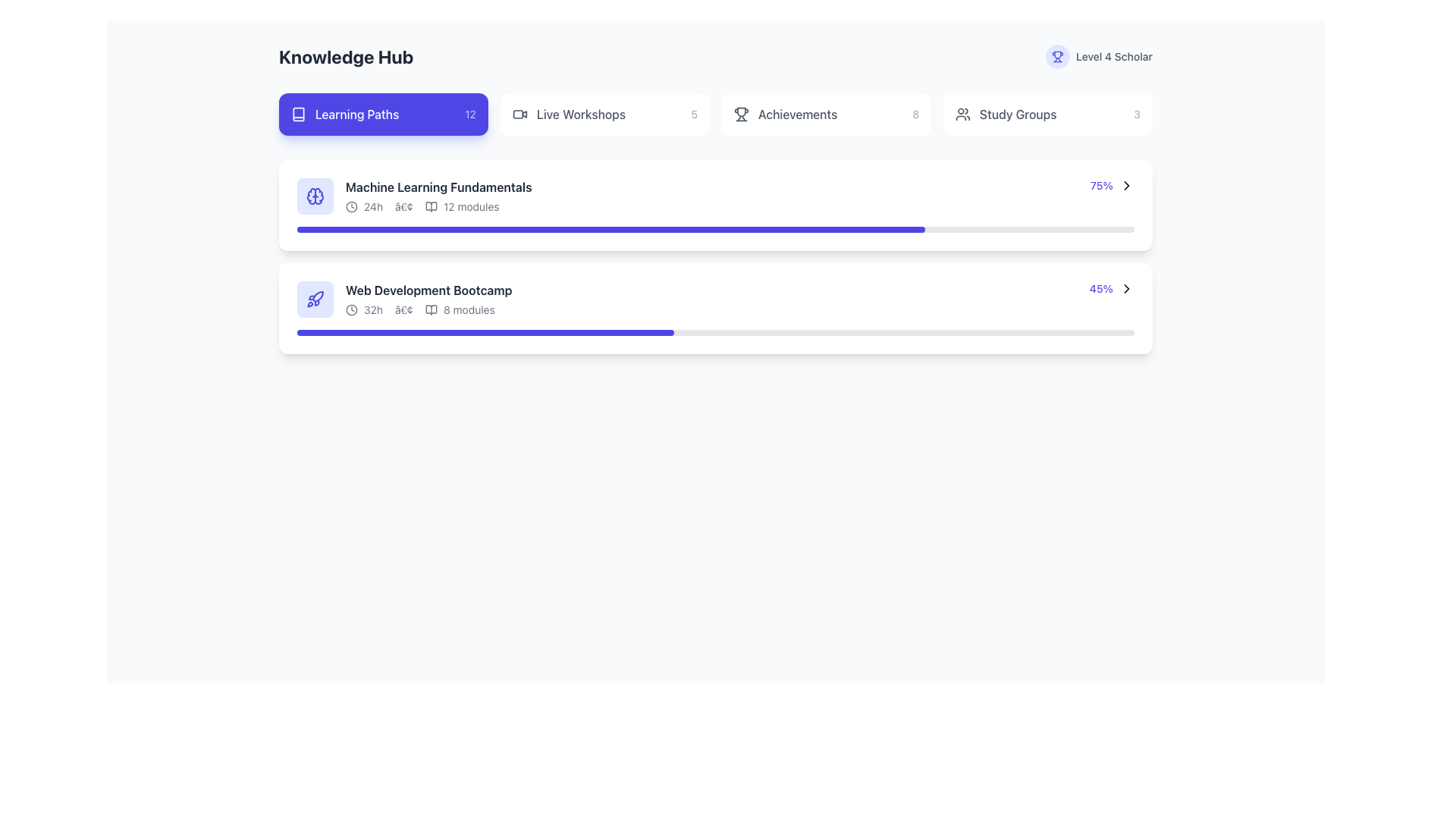  What do you see at coordinates (1047, 113) in the screenshot?
I see `the navigation button located in the fourth column of the grid at the top of the interface` at bounding box center [1047, 113].